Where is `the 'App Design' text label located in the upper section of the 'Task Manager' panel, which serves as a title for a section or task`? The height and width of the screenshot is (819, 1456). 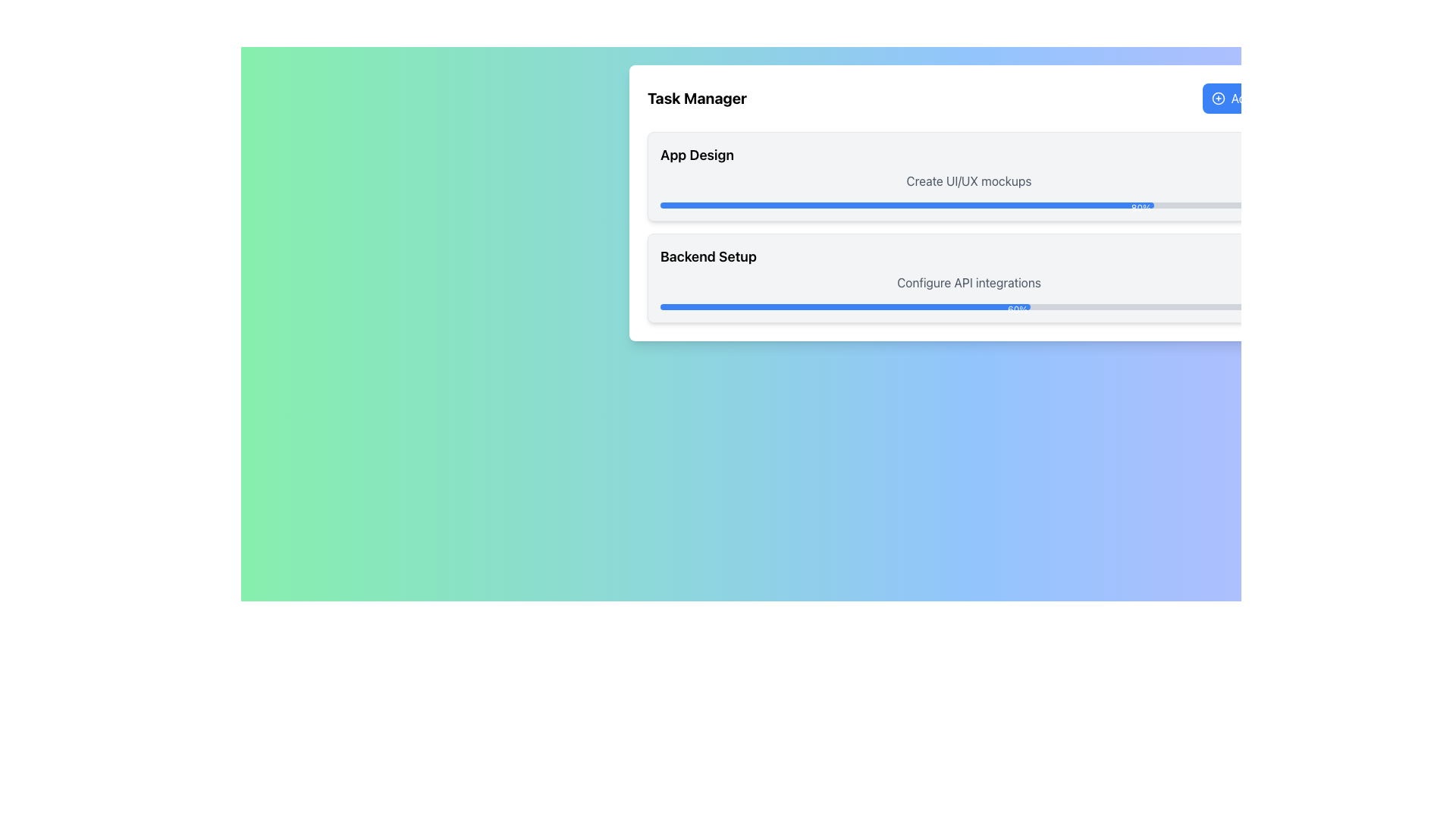
the 'App Design' text label located in the upper section of the 'Task Manager' panel, which serves as a title for a section or task is located at coordinates (696, 155).